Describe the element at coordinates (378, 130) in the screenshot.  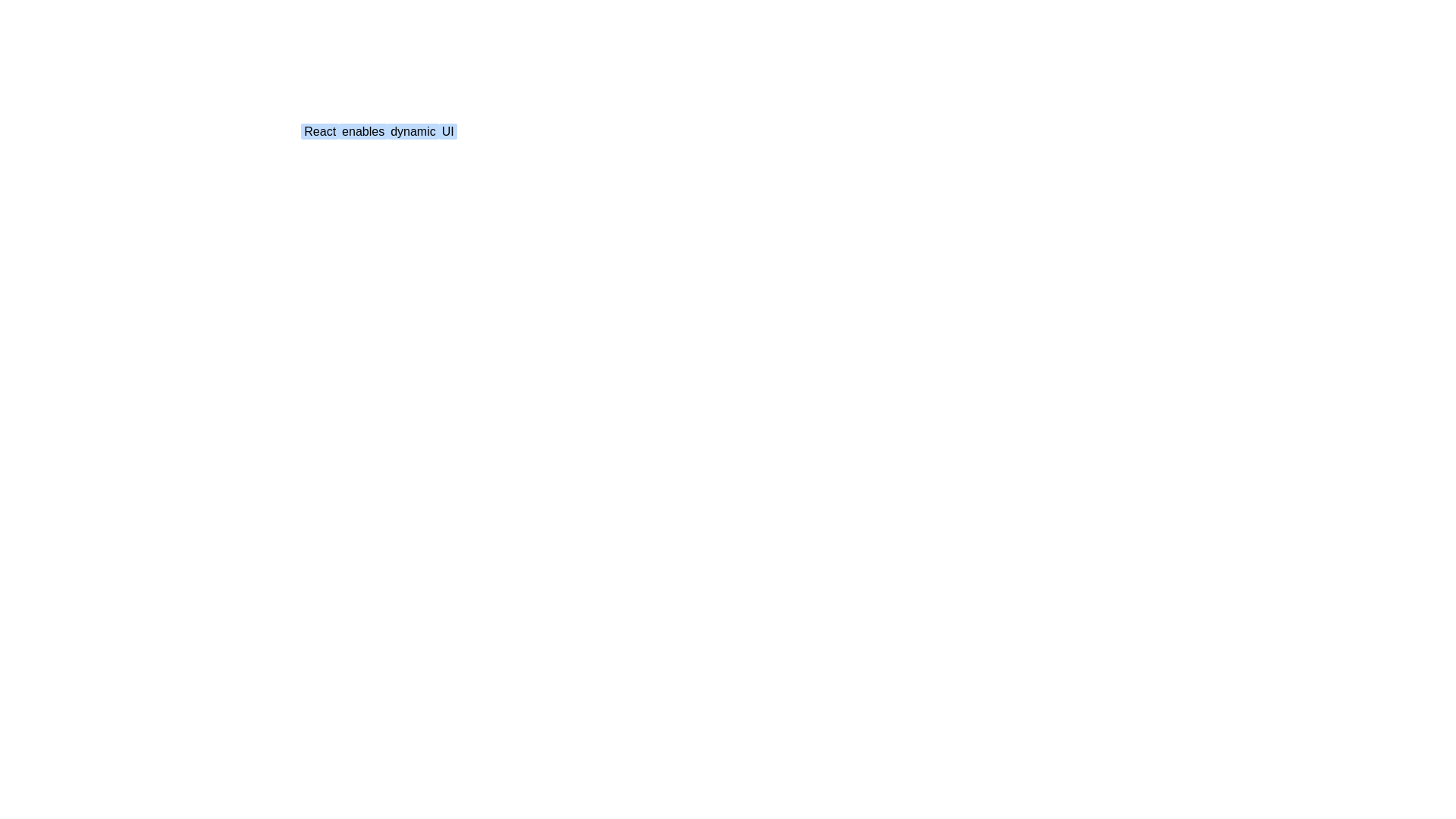
I see `styling details of the text block displaying the phrase 'React enables dynamic UI', which has a blue background and rounded edges, located near the top center of the layout` at that location.